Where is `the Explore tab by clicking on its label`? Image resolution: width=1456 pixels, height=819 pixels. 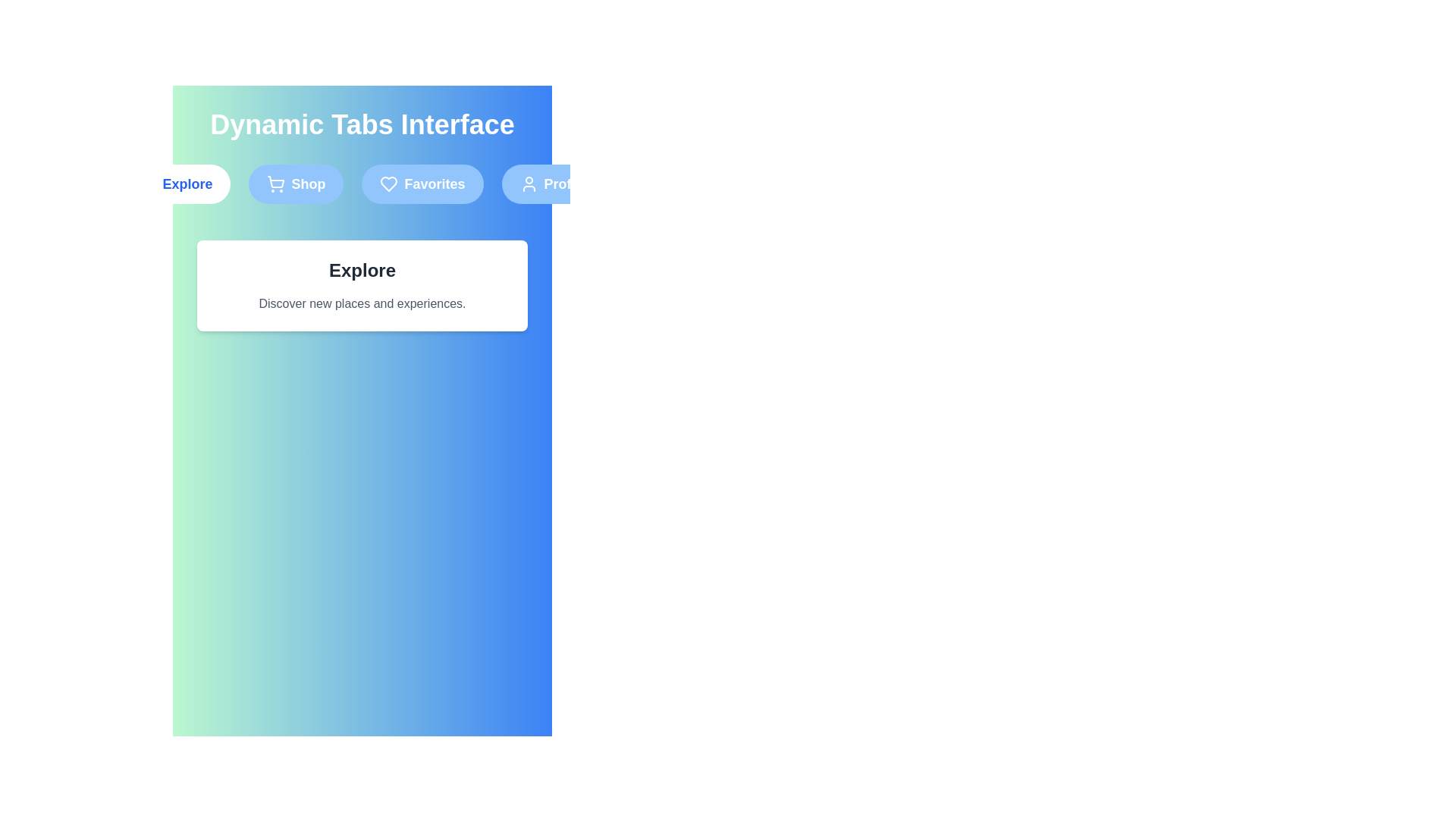 the Explore tab by clicking on its label is located at coordinates (175, 184).